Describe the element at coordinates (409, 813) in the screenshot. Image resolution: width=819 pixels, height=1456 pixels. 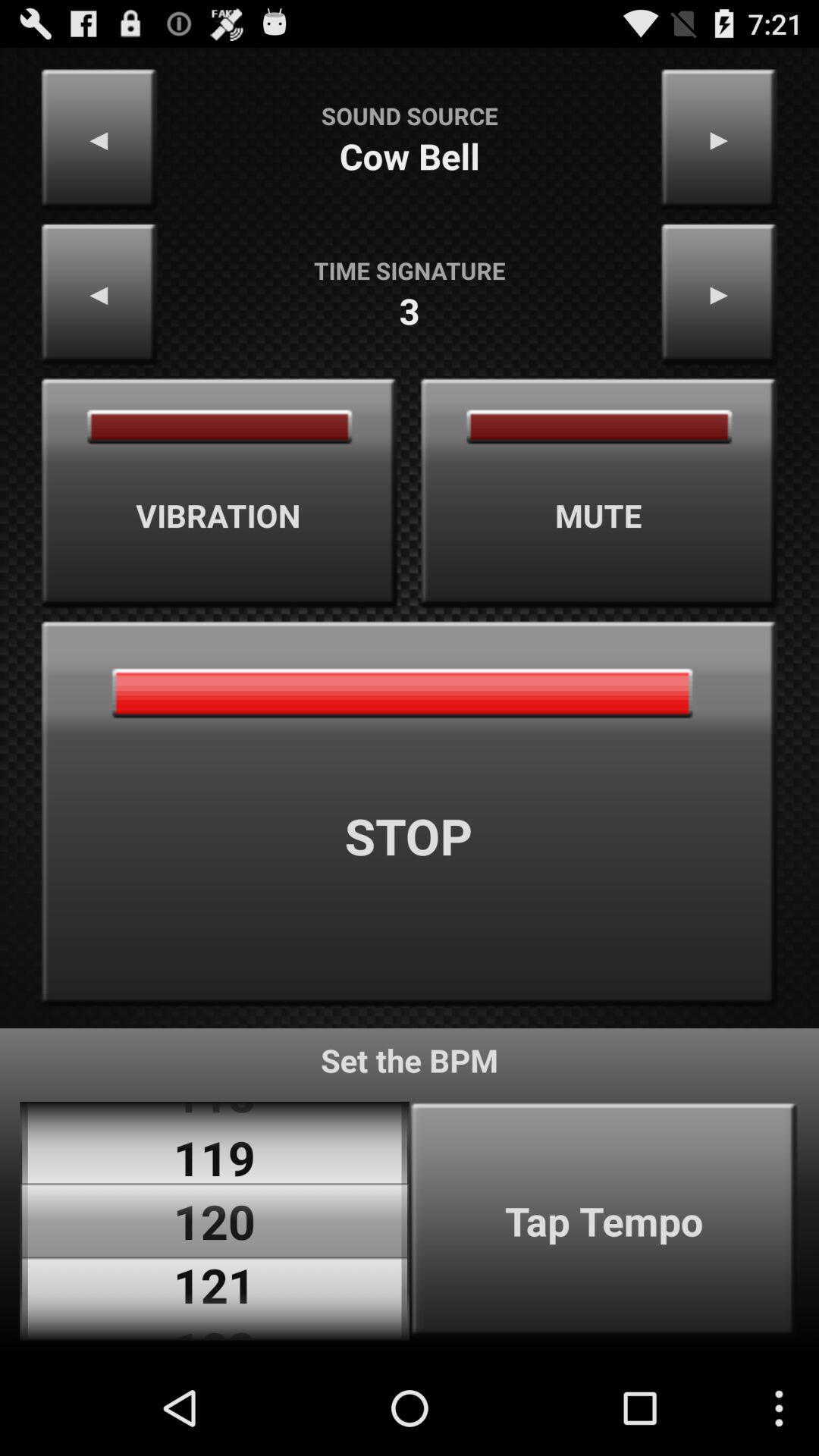
I see `the item below the vibration` at that location.